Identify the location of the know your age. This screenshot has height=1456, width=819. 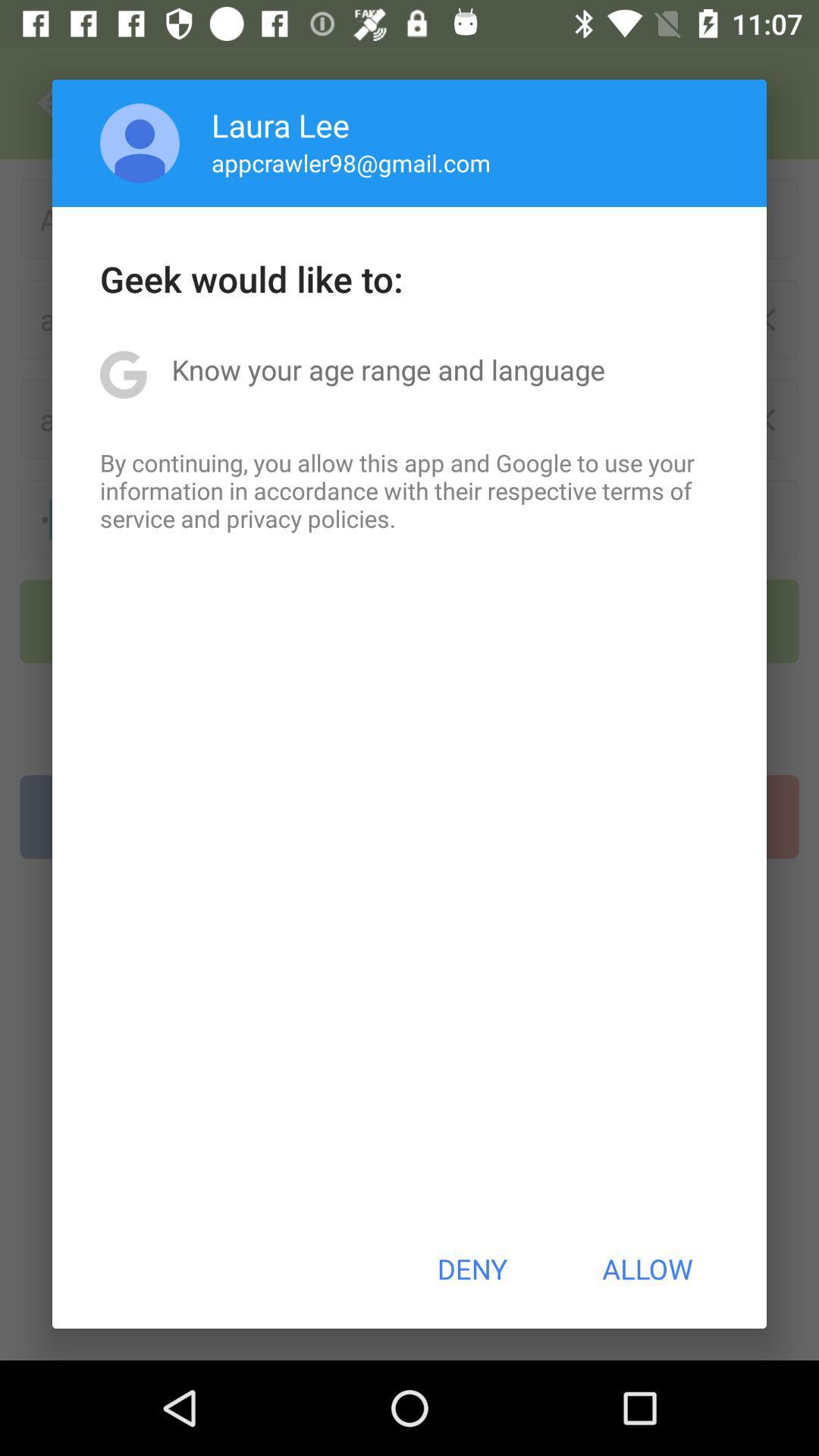
(388, 369).